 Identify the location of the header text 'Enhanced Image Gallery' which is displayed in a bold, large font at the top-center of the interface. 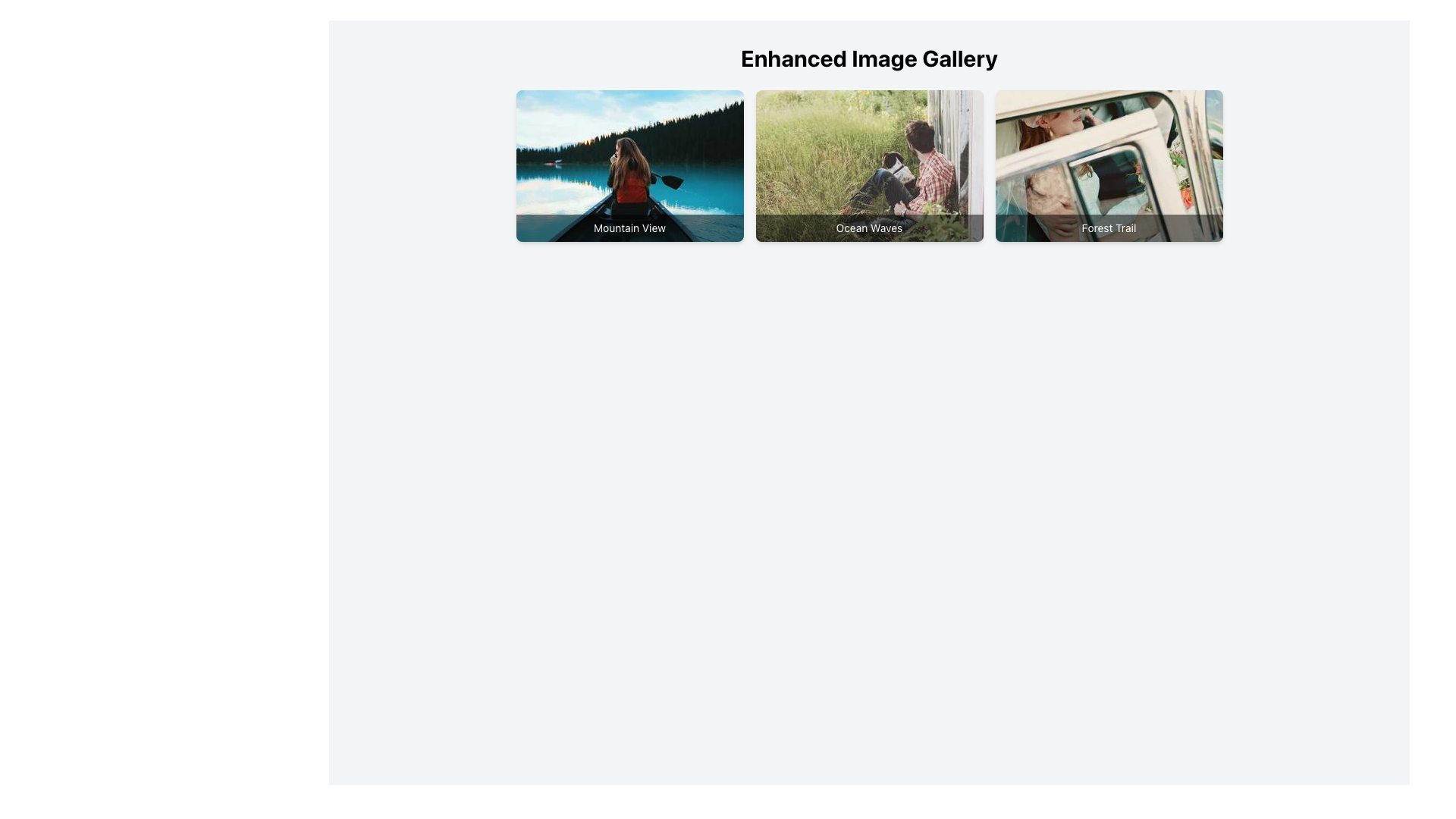
(869, 58).